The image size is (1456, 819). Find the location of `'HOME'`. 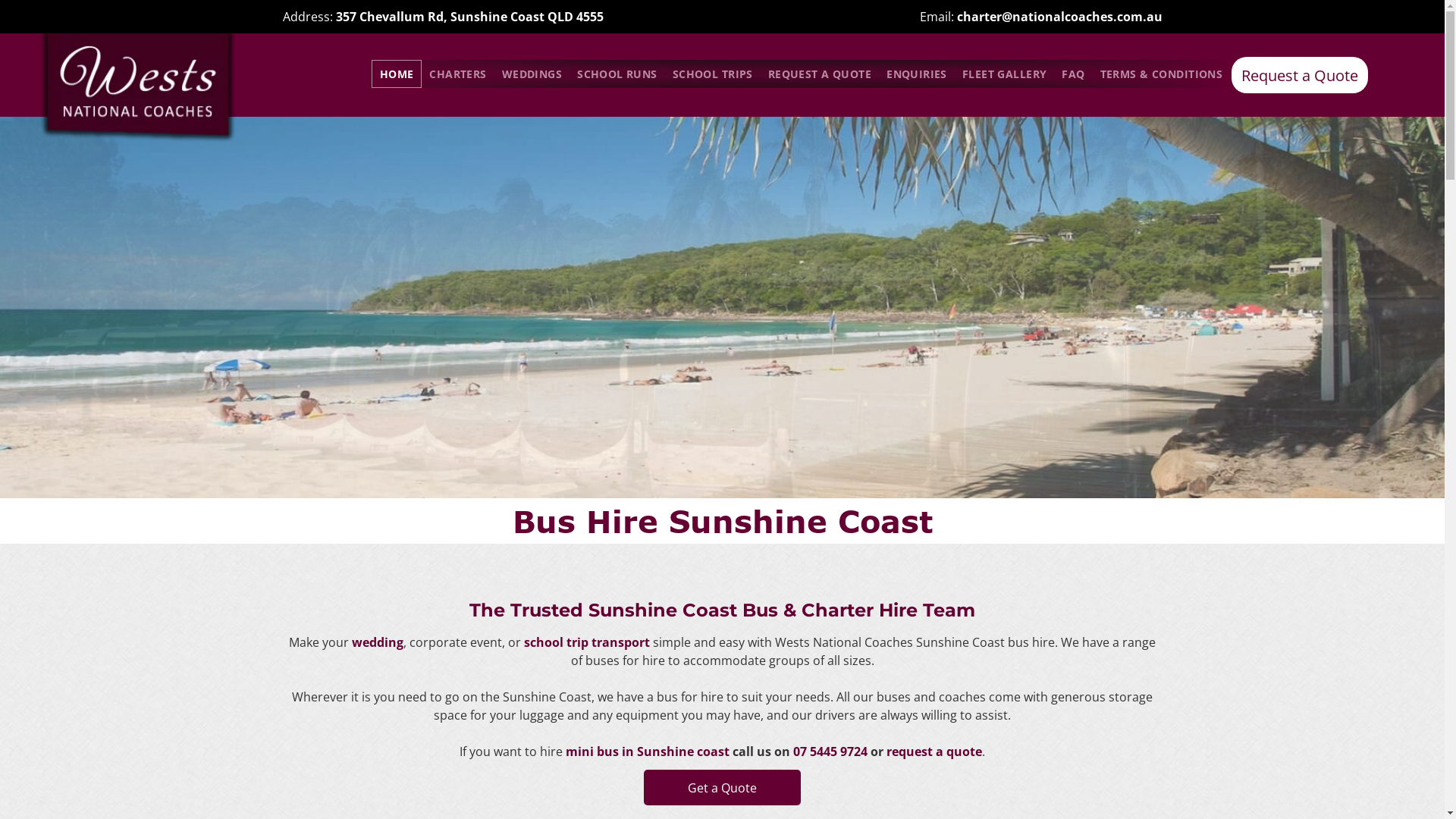

'HOME' is located at coordinates (397, 74).